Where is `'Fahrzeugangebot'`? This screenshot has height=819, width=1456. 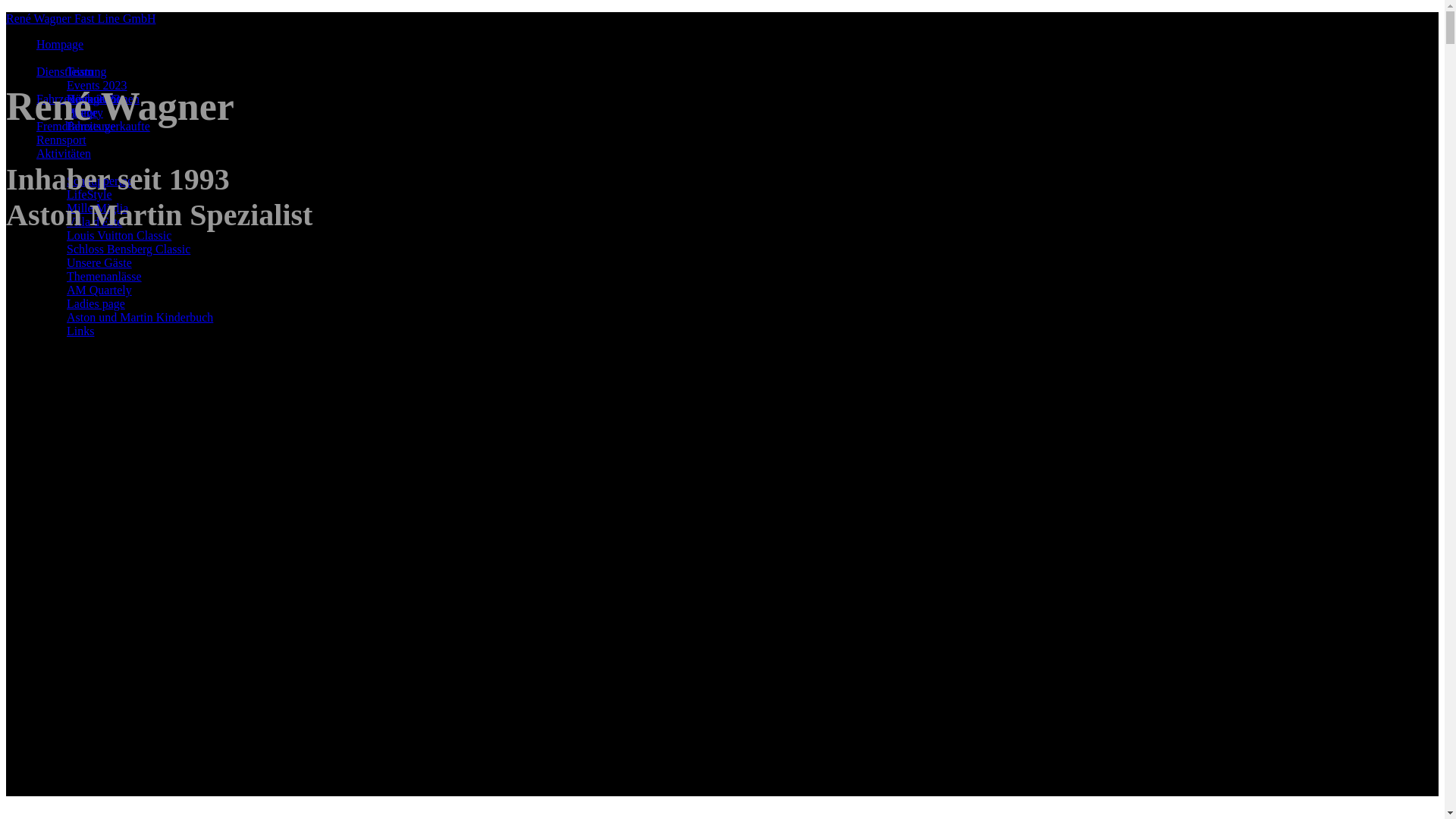
'Fahrzeugangebot' is located at coordinates (77, 99).